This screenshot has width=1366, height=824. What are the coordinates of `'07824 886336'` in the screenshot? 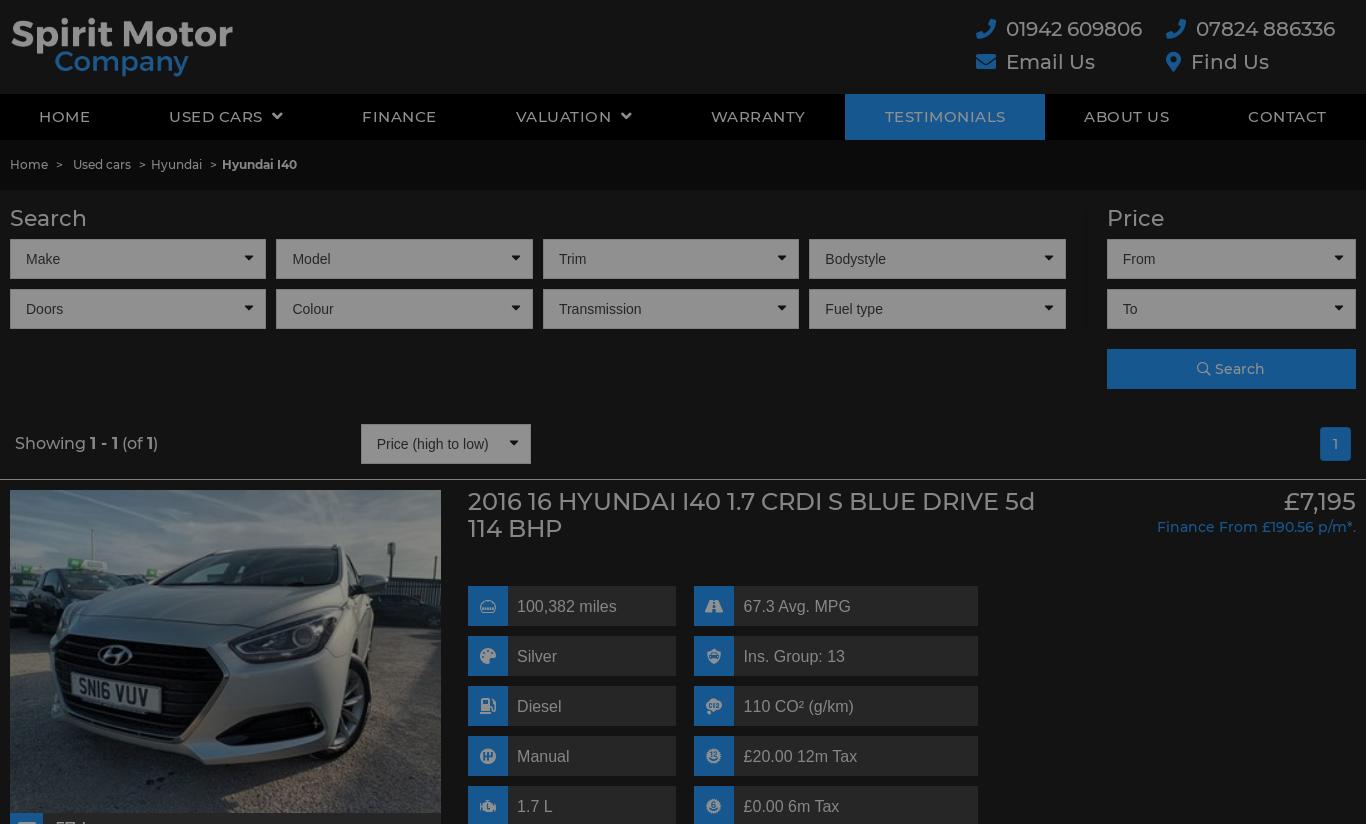 It's located at (1264, 27).